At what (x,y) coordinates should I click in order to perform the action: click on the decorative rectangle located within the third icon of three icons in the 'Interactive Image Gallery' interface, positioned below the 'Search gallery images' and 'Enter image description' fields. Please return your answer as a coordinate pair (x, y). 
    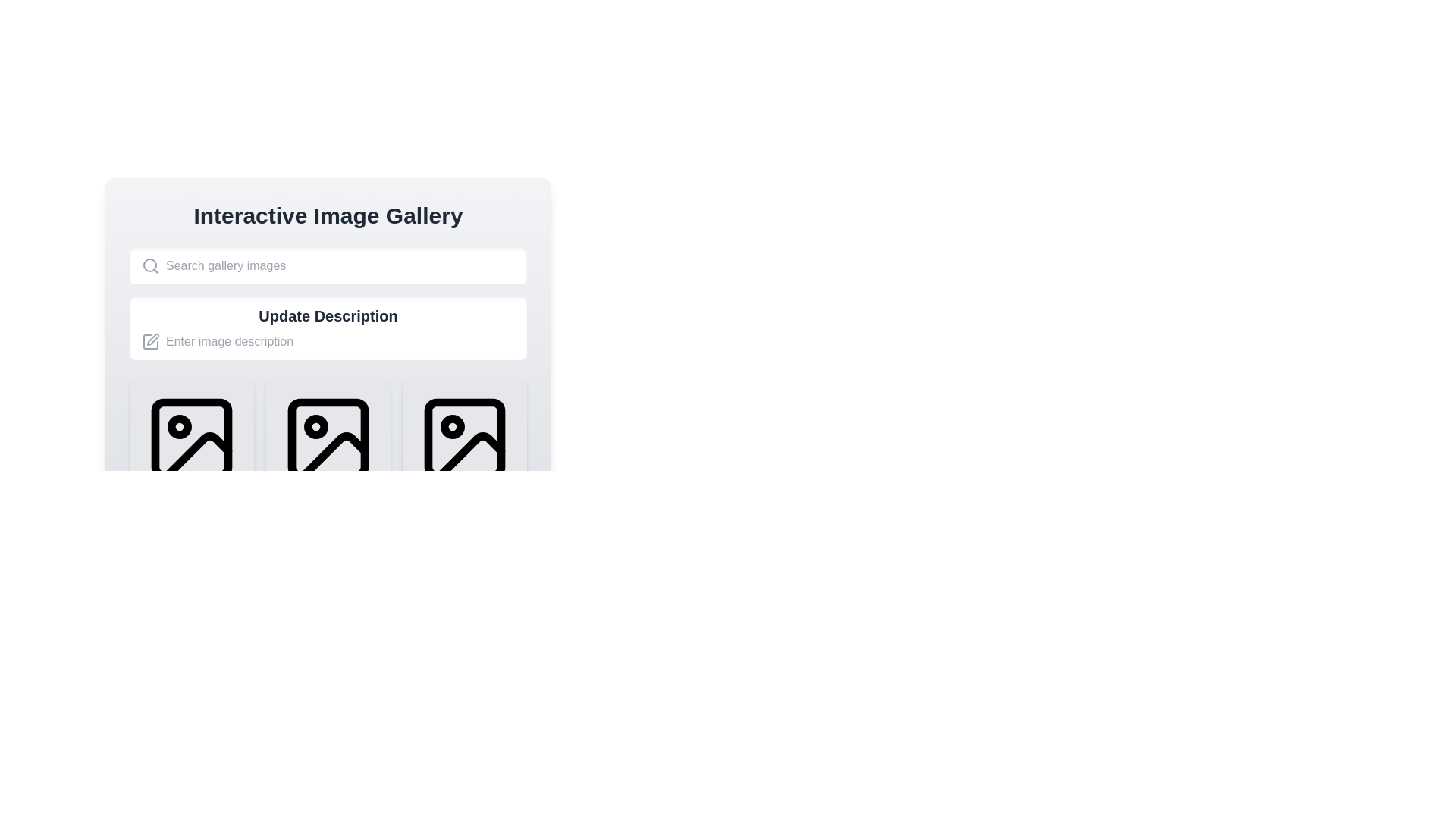
    Looking at the image, I should click on (464, 438).